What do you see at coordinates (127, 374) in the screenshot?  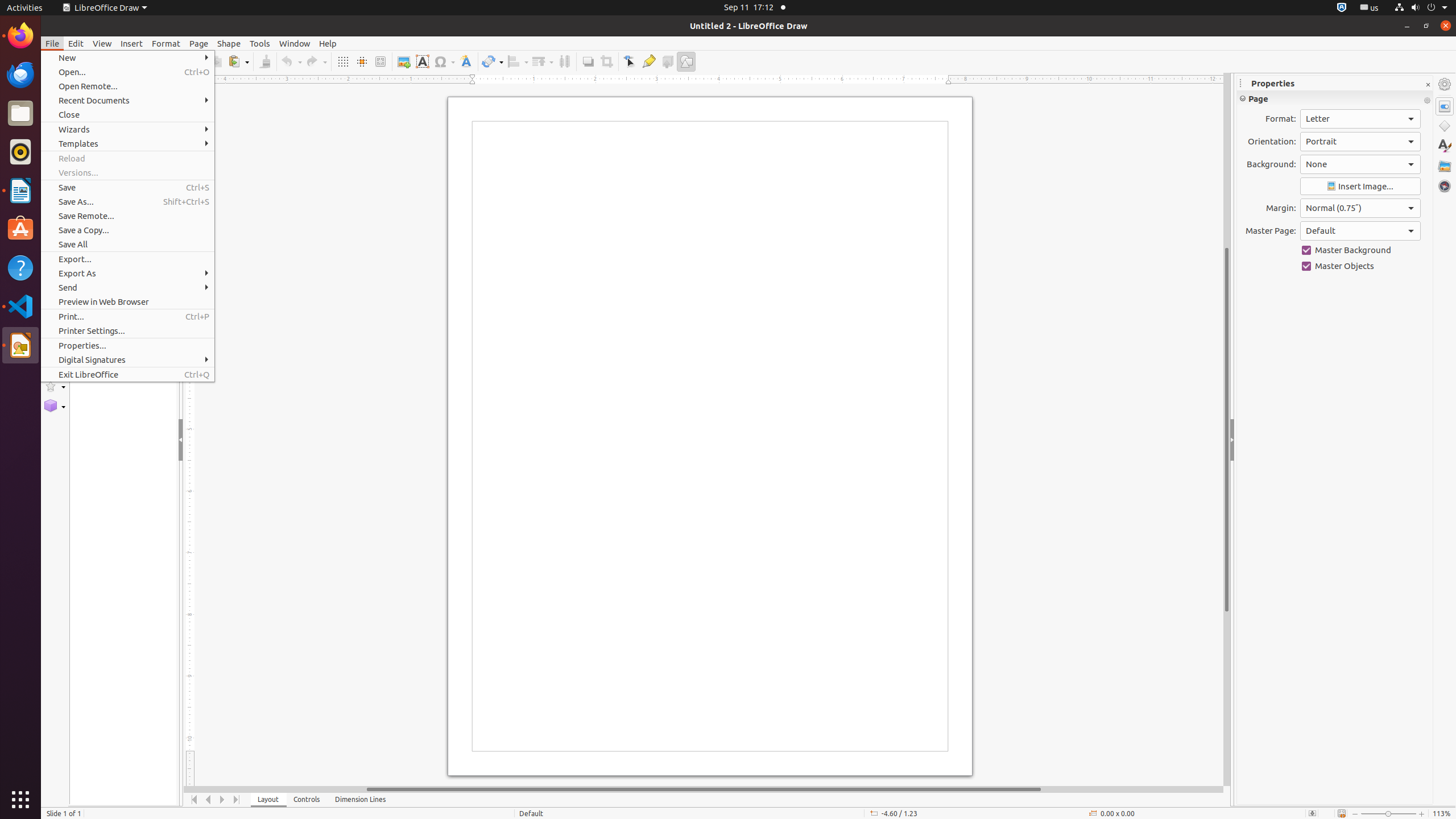 I see `'Exit LibreOffice'` at bounding box center [127, 374].